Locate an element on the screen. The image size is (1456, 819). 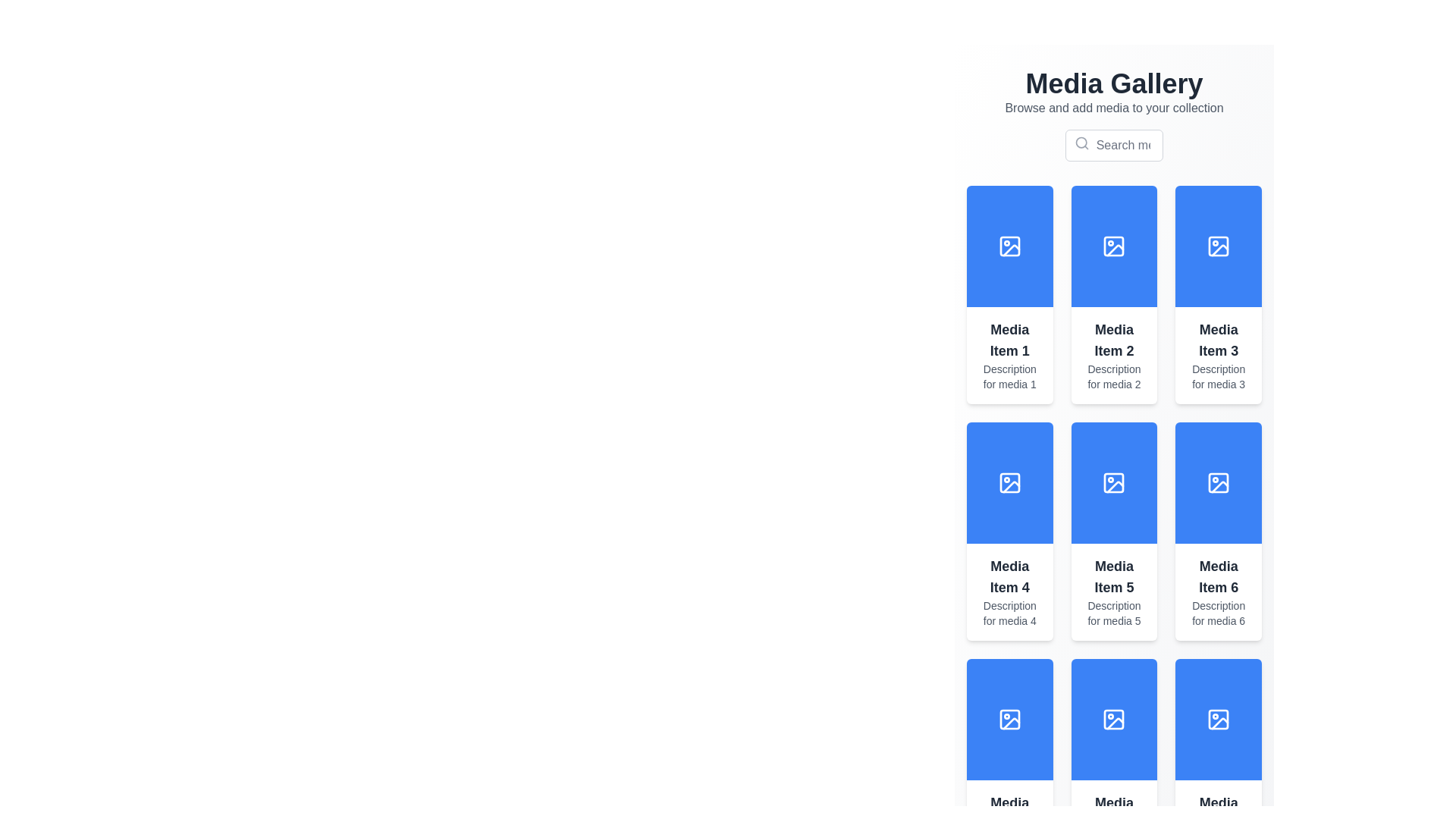
the details displayed in the Information Card for 'Media Item 4', which is located in the second row and first column of the grid layout is located at coordinates (1009, 531).